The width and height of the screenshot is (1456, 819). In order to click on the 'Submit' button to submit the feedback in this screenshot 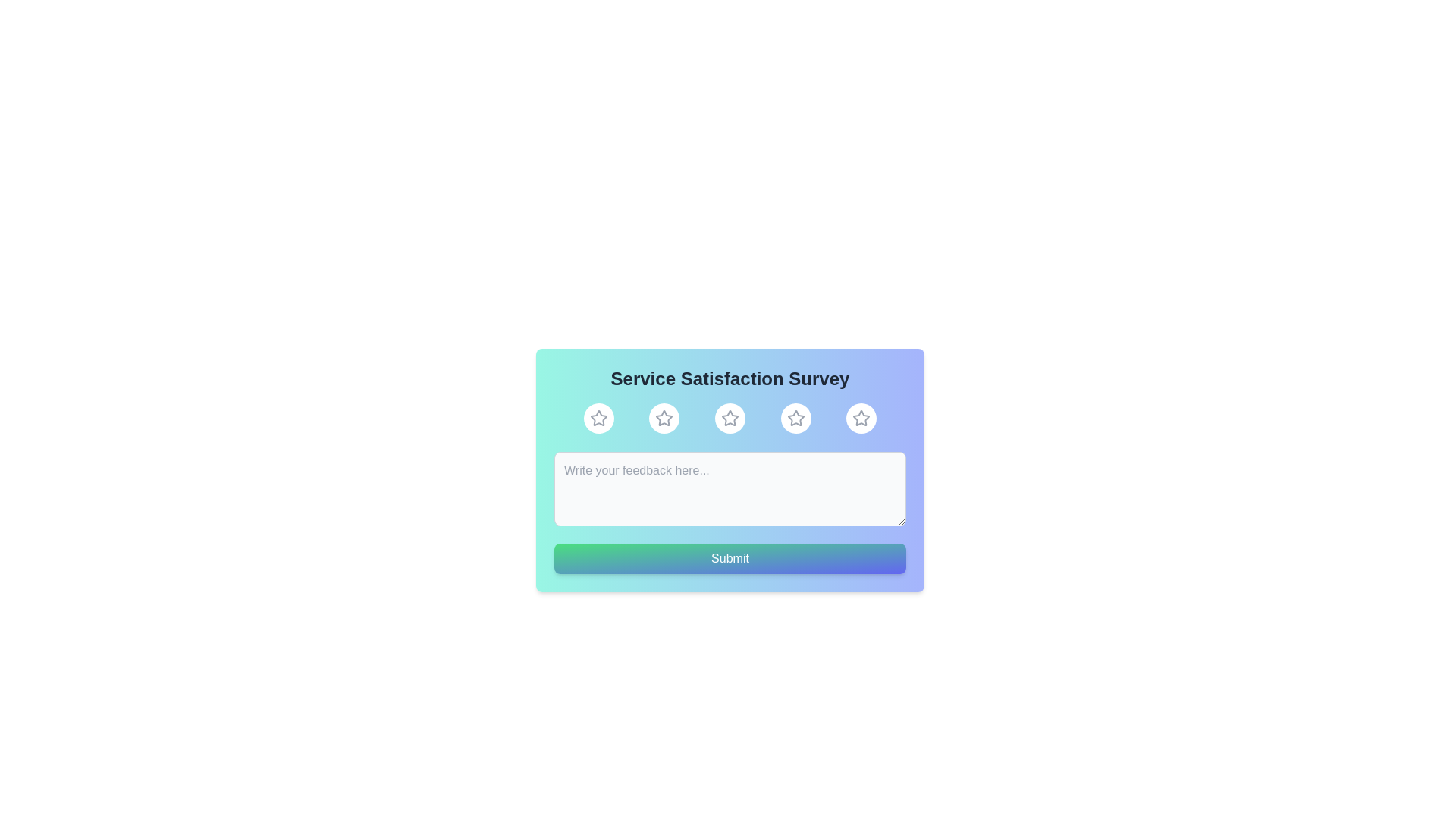, I will do `click(730, 558)`.